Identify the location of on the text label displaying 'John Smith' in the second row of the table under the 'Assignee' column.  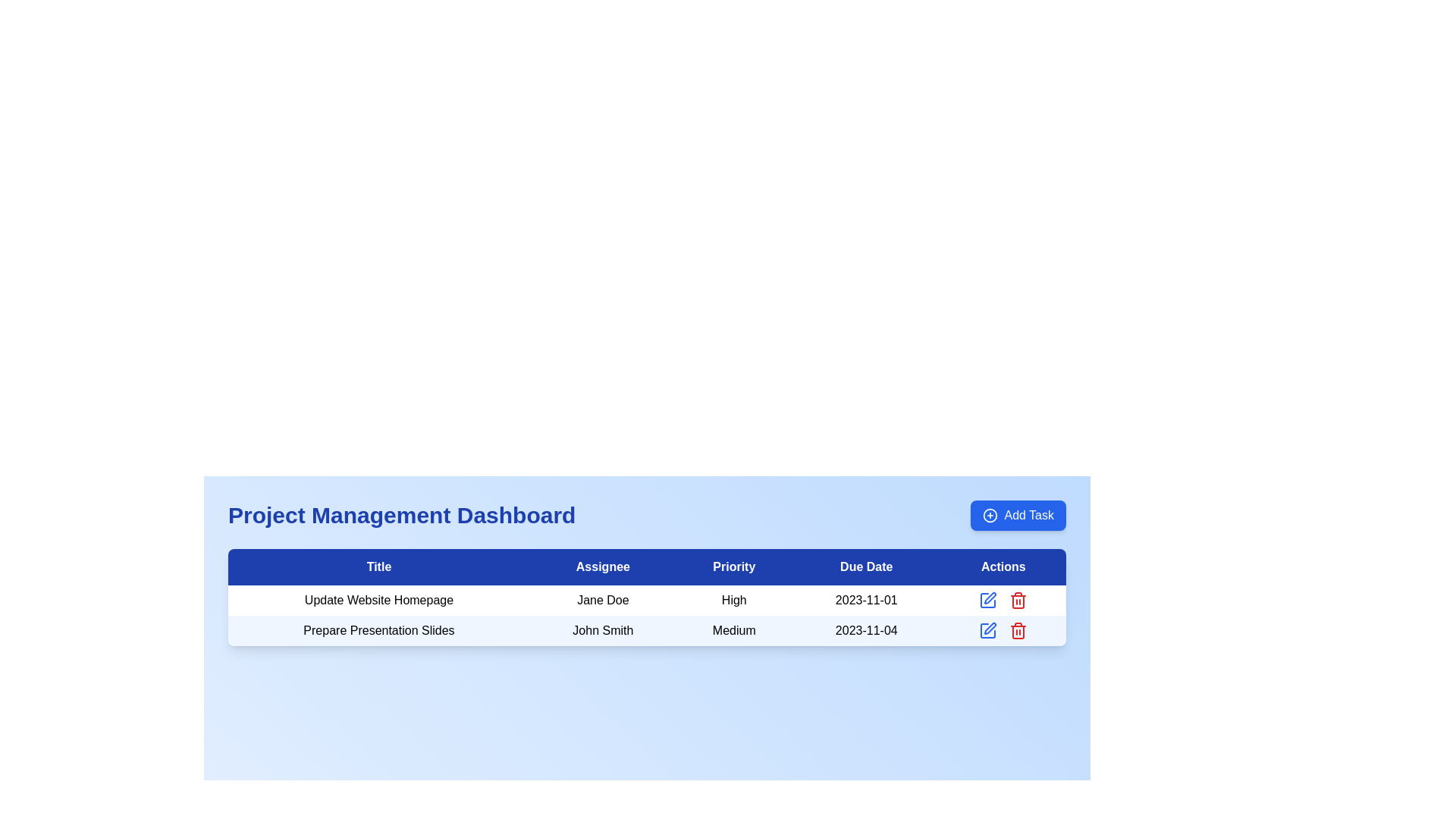
(602, 631).